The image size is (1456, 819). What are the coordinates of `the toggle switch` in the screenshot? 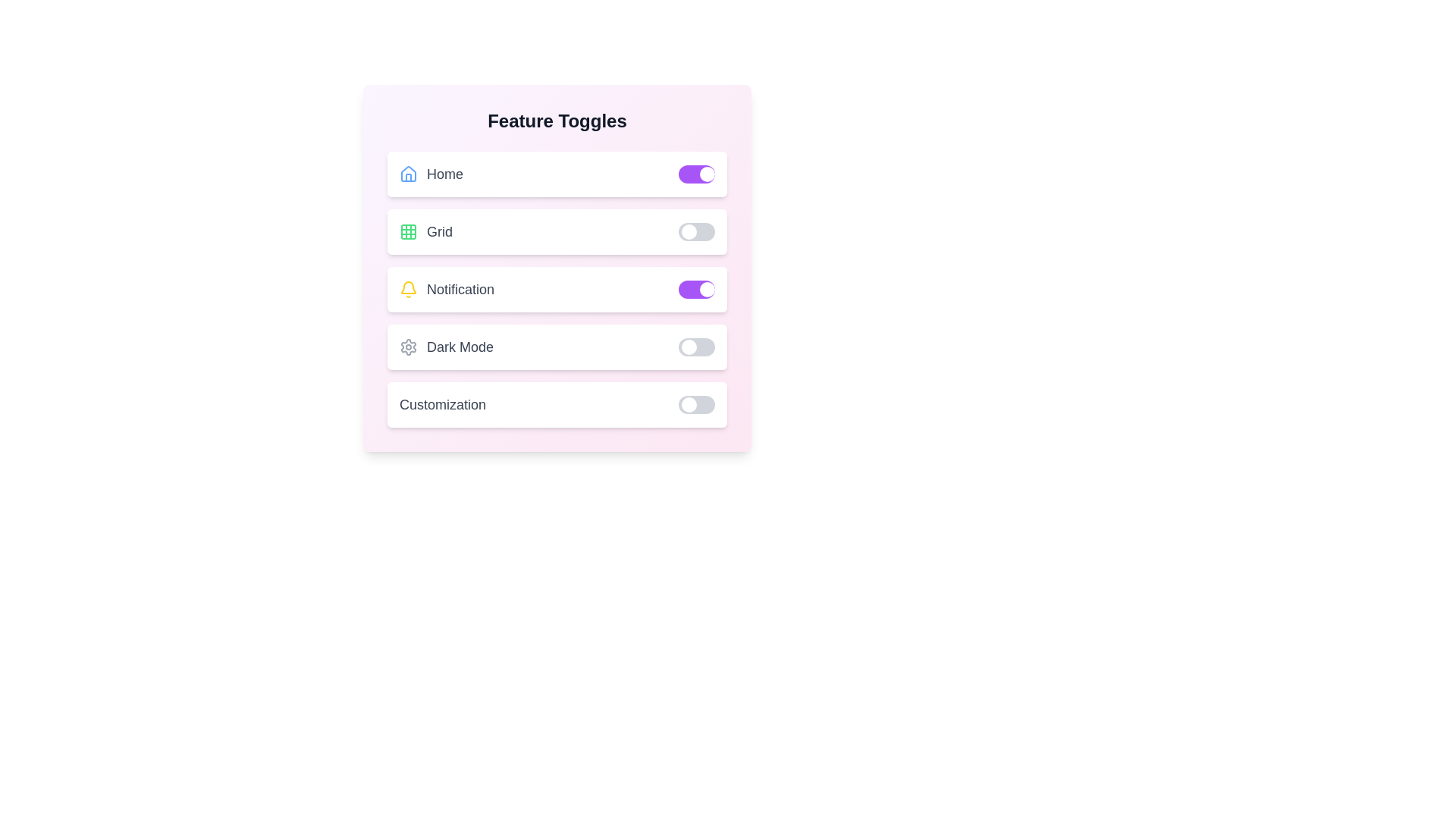 It's located at (695, 289).